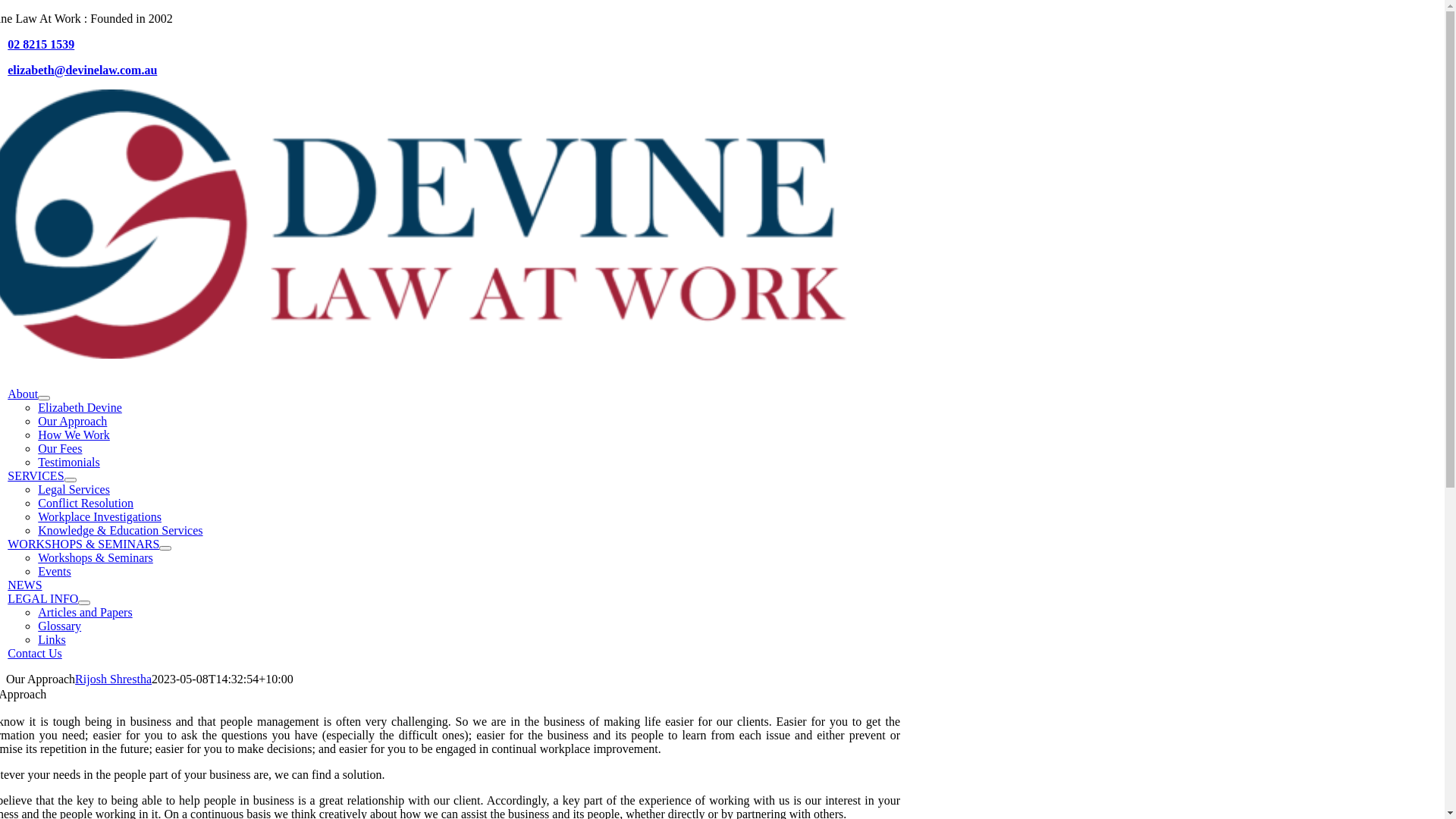 The height and width of the screenshot is (819, 1456). What do you see at coordinates (5, 11) in the screenshot?
I see `'Skip to content'` at bounding box center [5, 11].